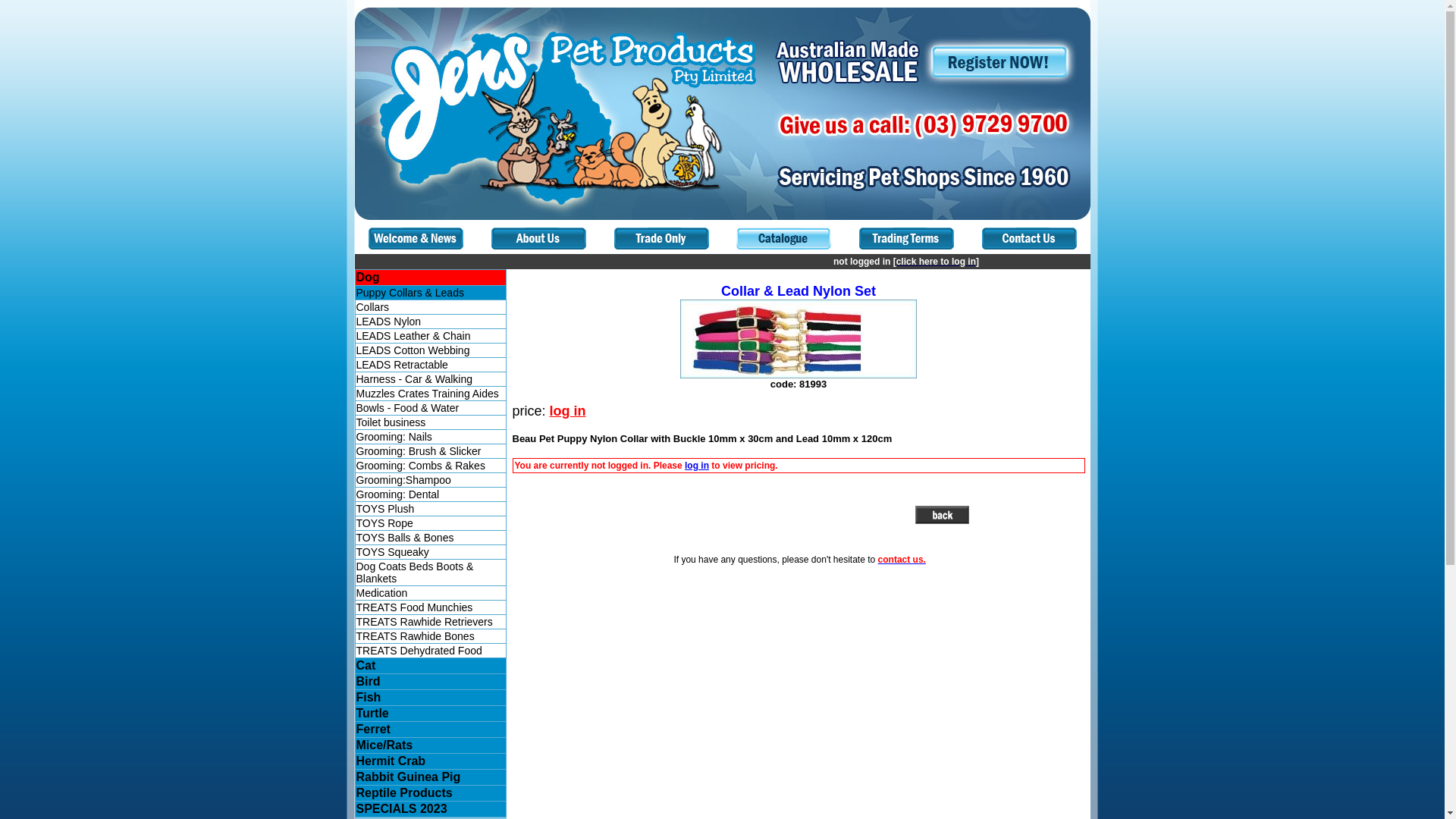  What do you see at coordinates (428, 436) in the screenshot?
I see `'Grooming: Nails'` at bounding box center [428, 436].